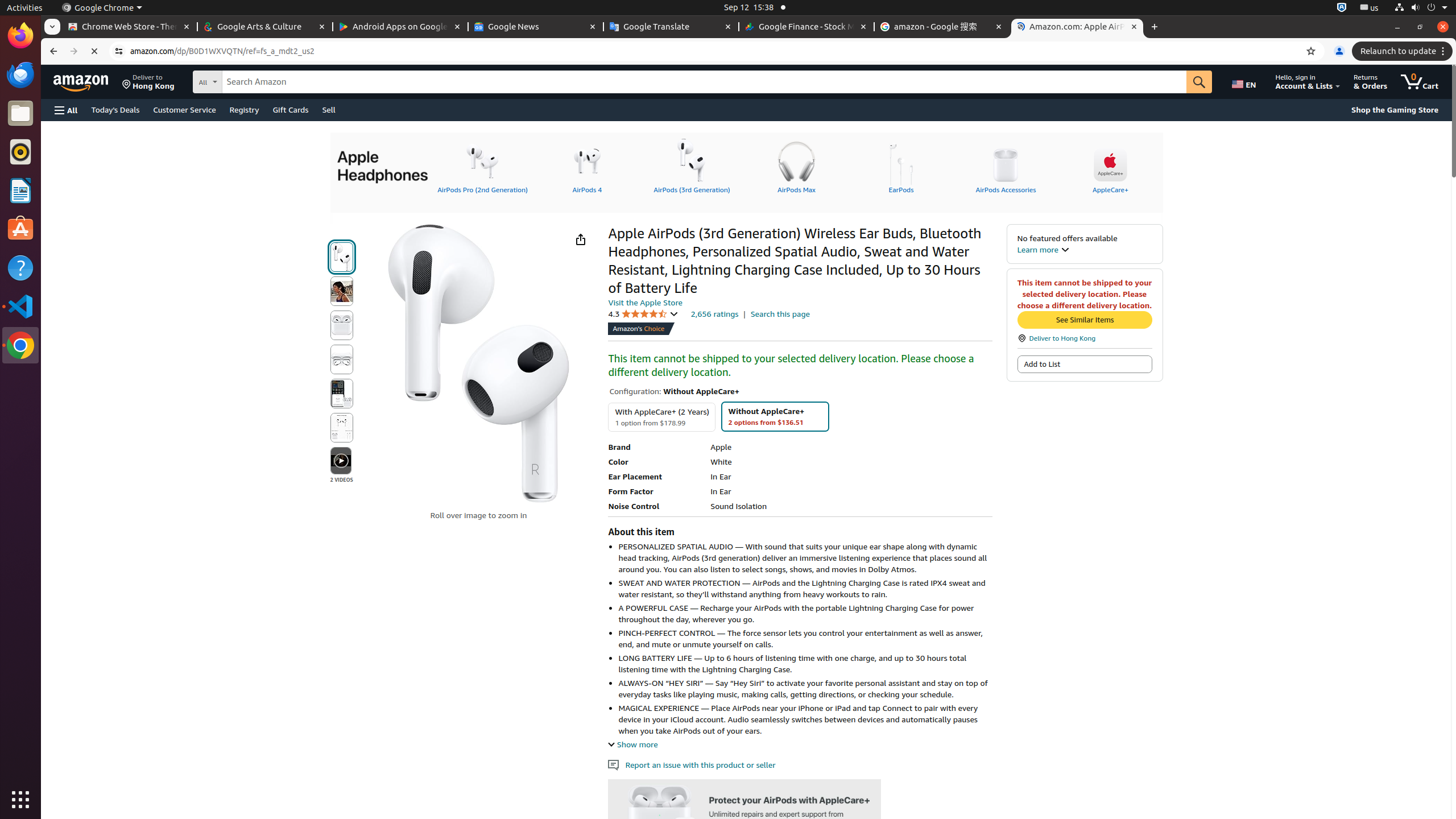 The height and width of the screenshot is (819, 1456). What do you see at coordinates (691, 764) in the screenshot?
I see `'Report an issue with this product or seller   Report an issue with this product or seller'` at bounding box center [691, 764].